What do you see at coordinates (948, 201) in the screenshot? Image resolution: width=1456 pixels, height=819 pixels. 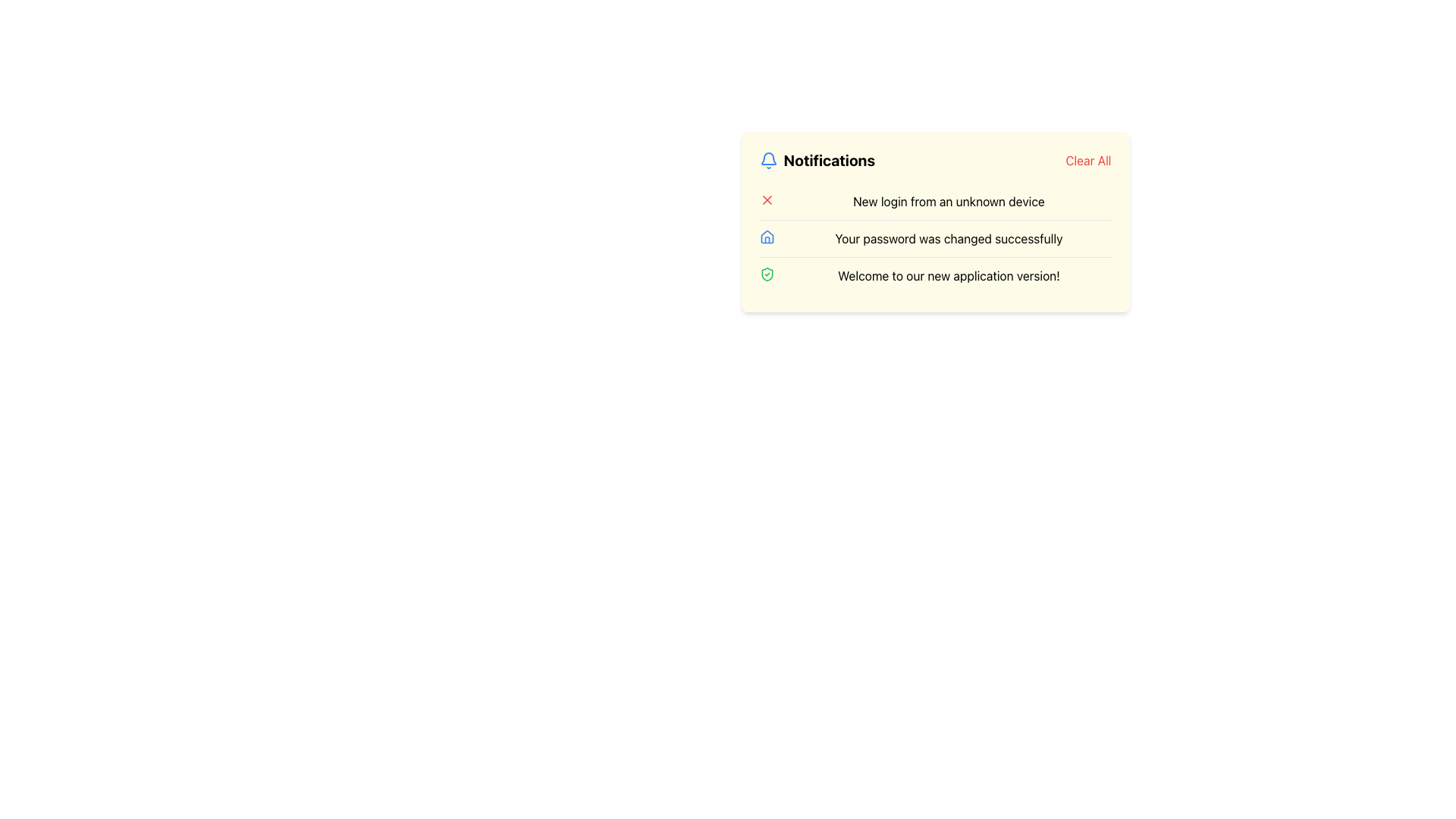 I see `the notification text that informs the user about a security-related event regarding a new login from an unrecognized device` at bounding box center [948, 201].